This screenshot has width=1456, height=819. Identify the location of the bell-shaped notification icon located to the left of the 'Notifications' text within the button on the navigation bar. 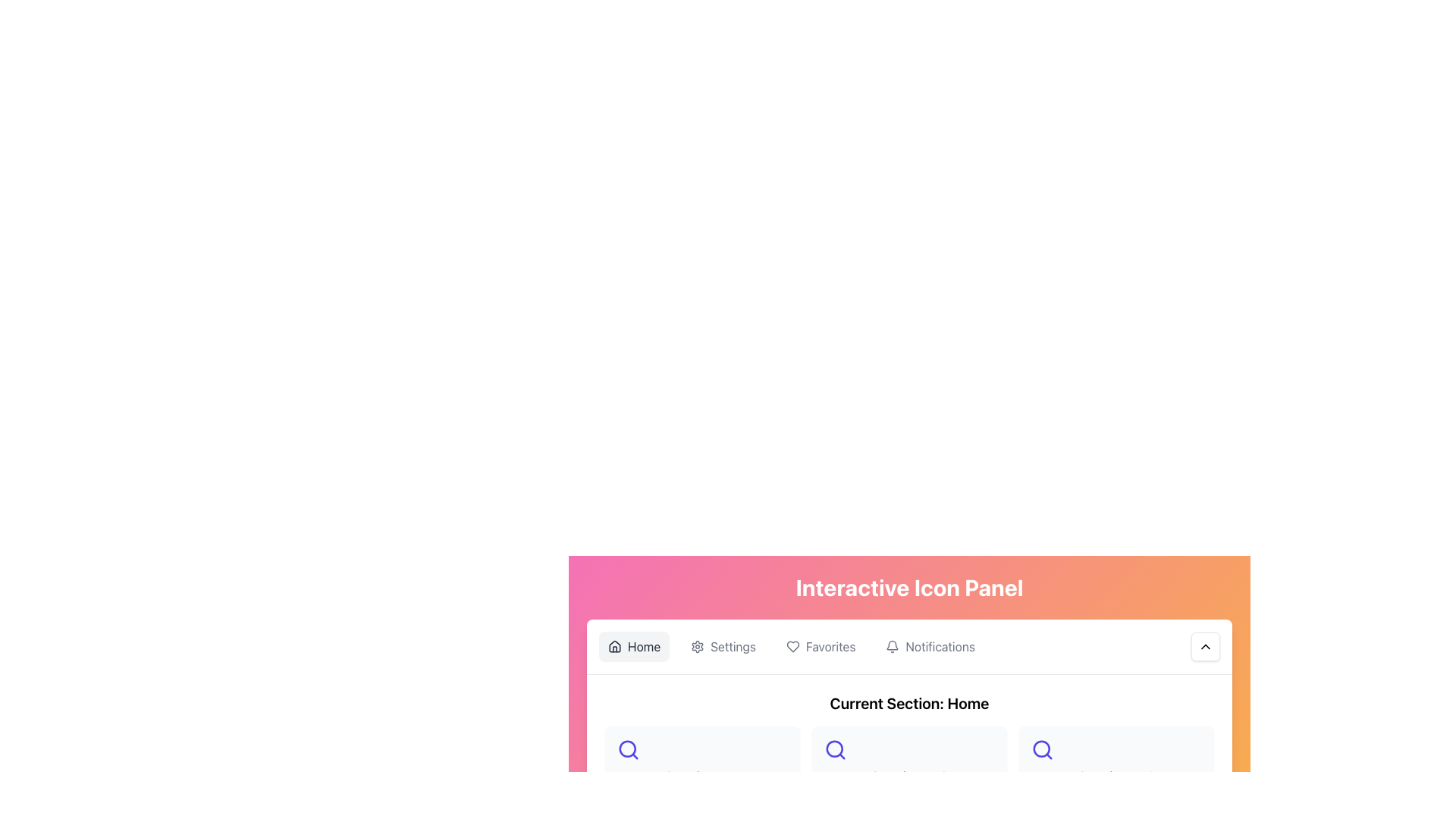
(893, 646).